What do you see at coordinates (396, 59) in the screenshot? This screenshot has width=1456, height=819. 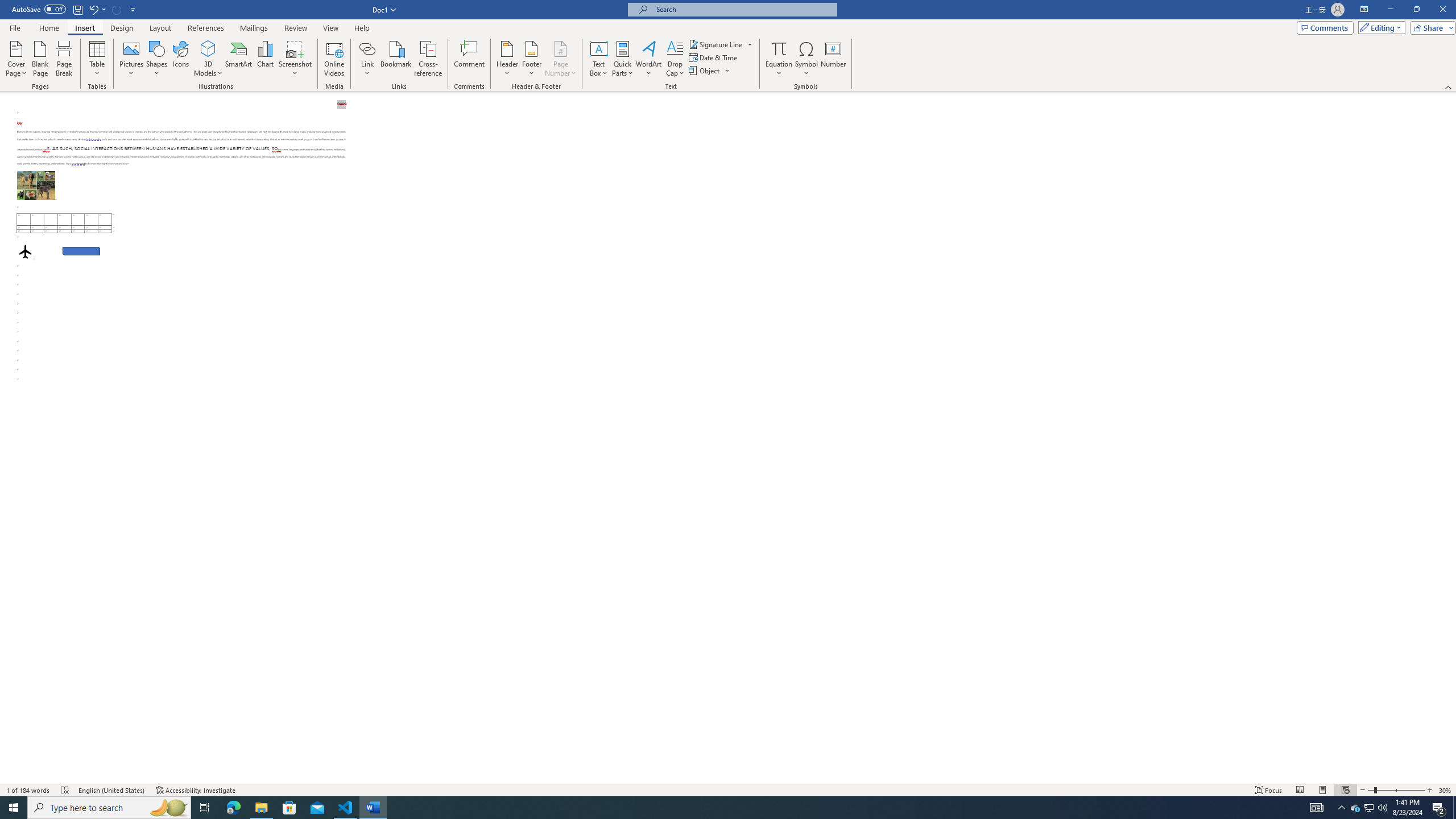 I see `'Bookmark...'` at bounding box center [396, 59].